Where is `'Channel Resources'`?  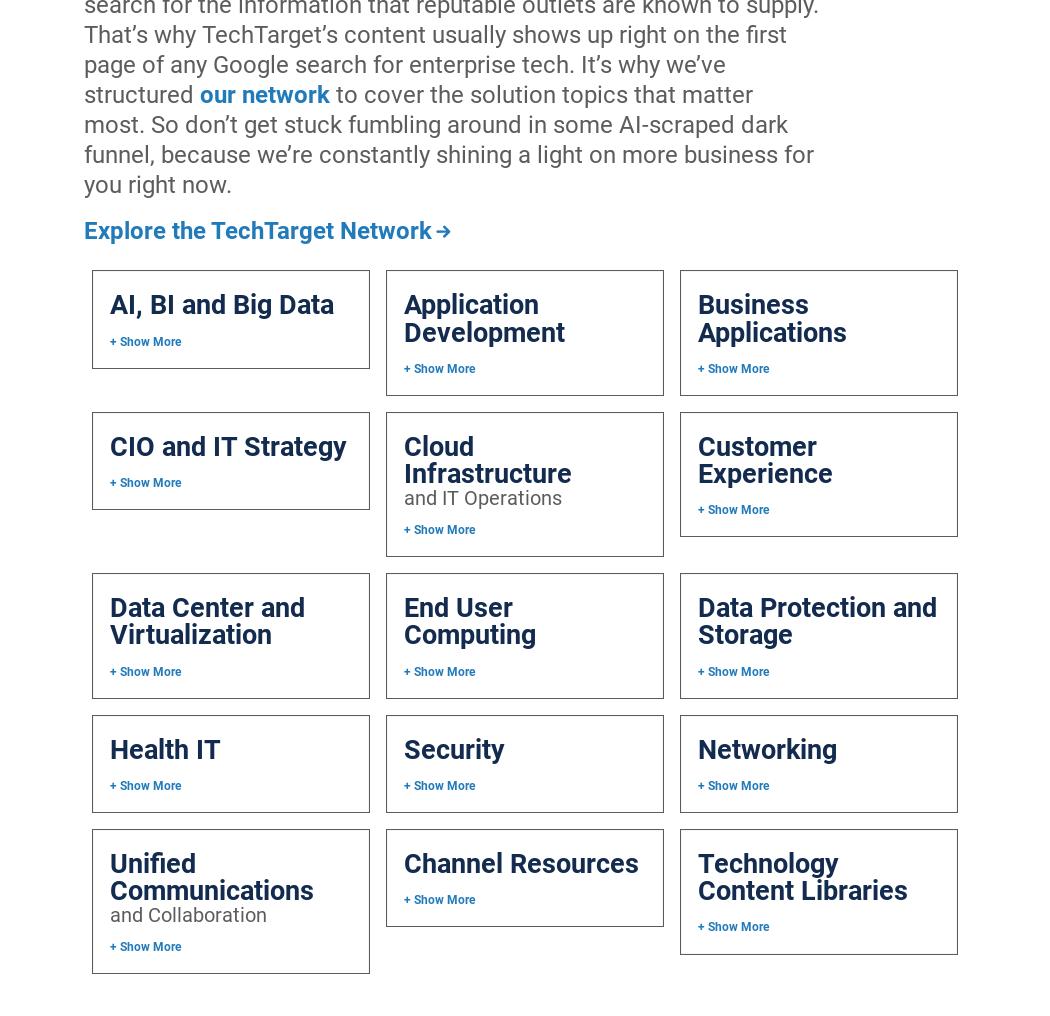
'Channel Resources' is located at coordinates (519, 862).